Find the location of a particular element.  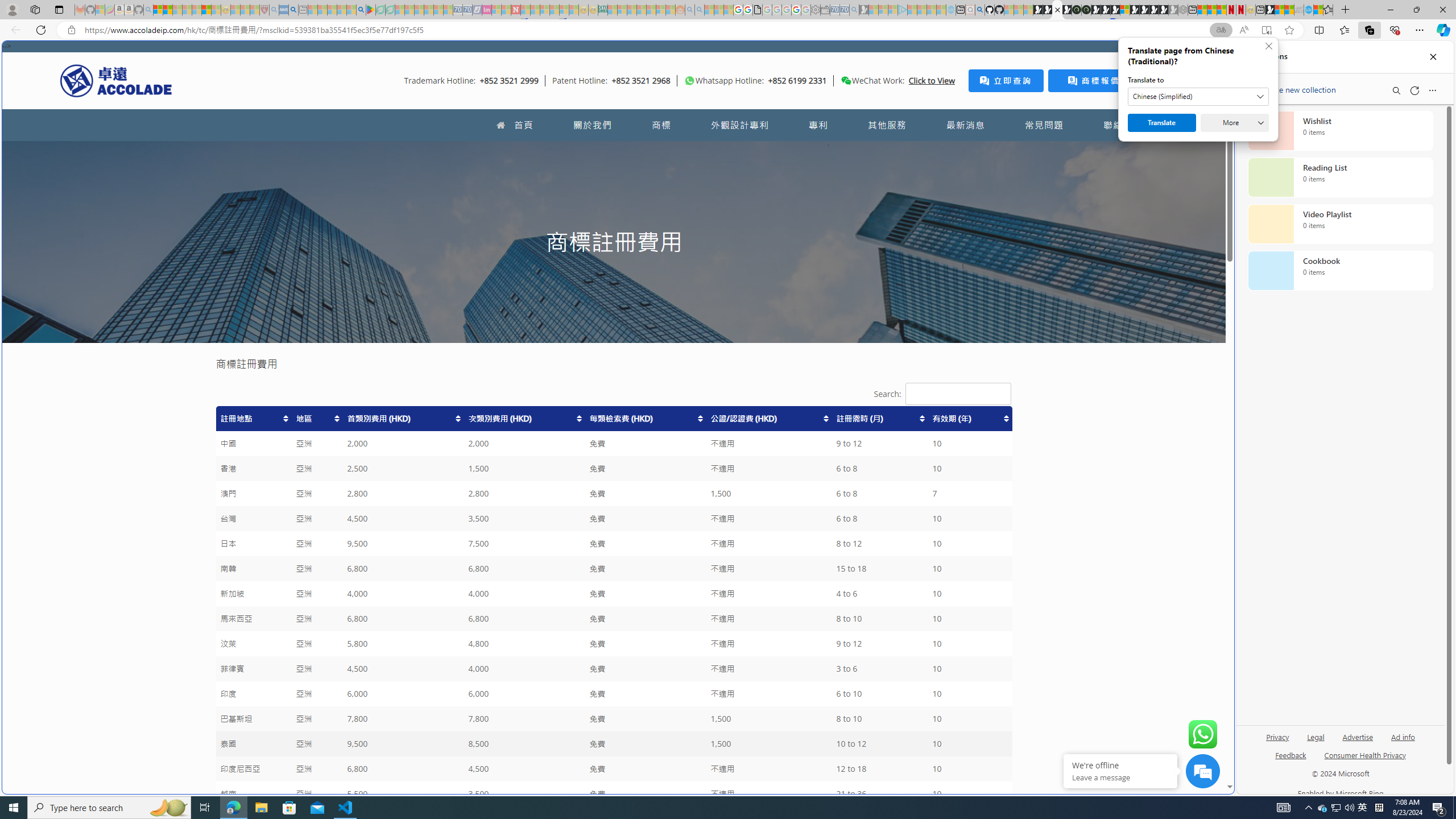

'Recipes - MSN - Sleeping' is located at coordinates (234, 9).